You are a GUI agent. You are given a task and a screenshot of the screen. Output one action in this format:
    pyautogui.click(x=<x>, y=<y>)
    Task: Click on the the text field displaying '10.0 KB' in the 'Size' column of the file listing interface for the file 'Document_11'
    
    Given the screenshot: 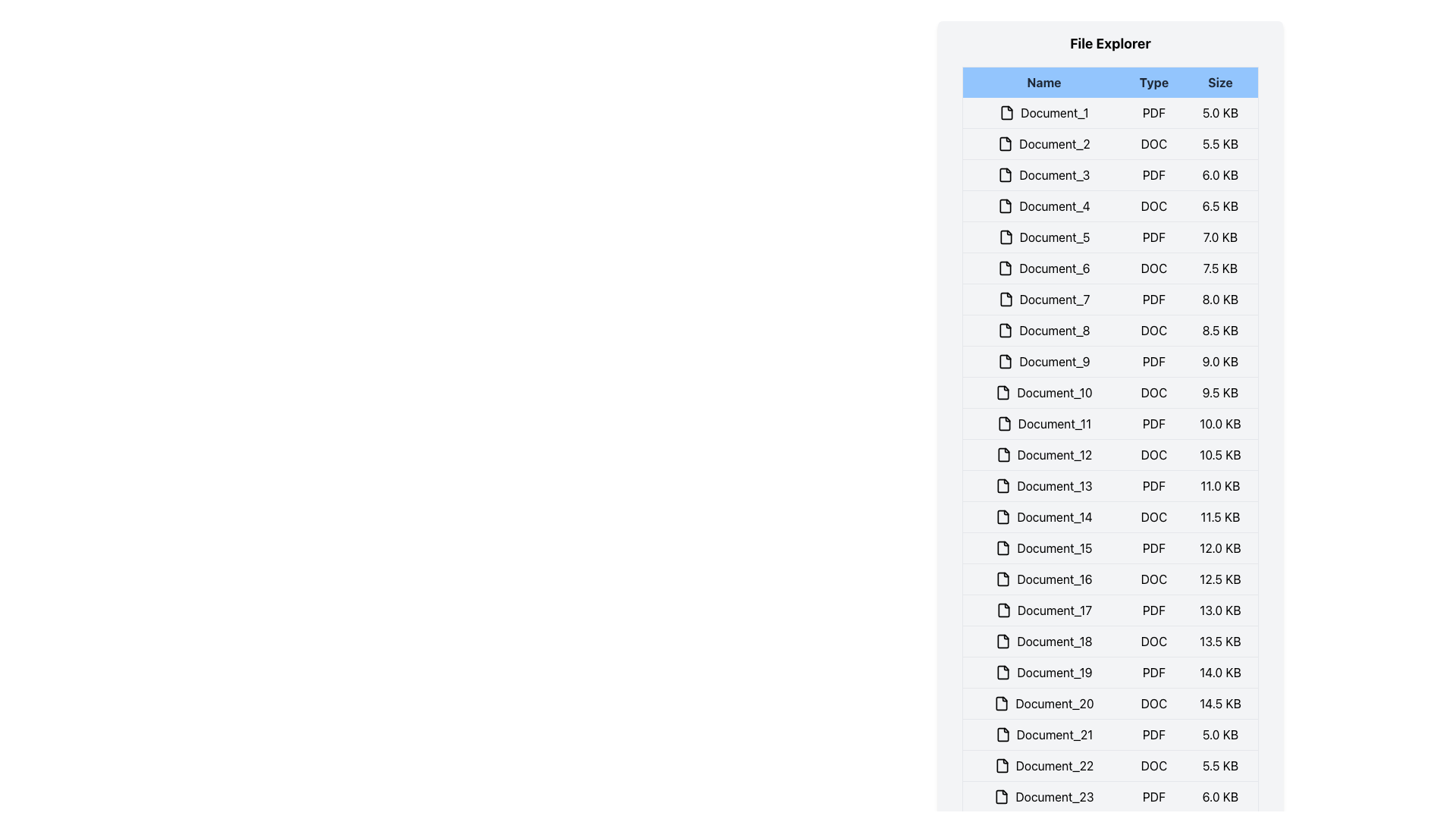 What is the action you would take?
    pyautogui.click(x=1220, y=424)
    